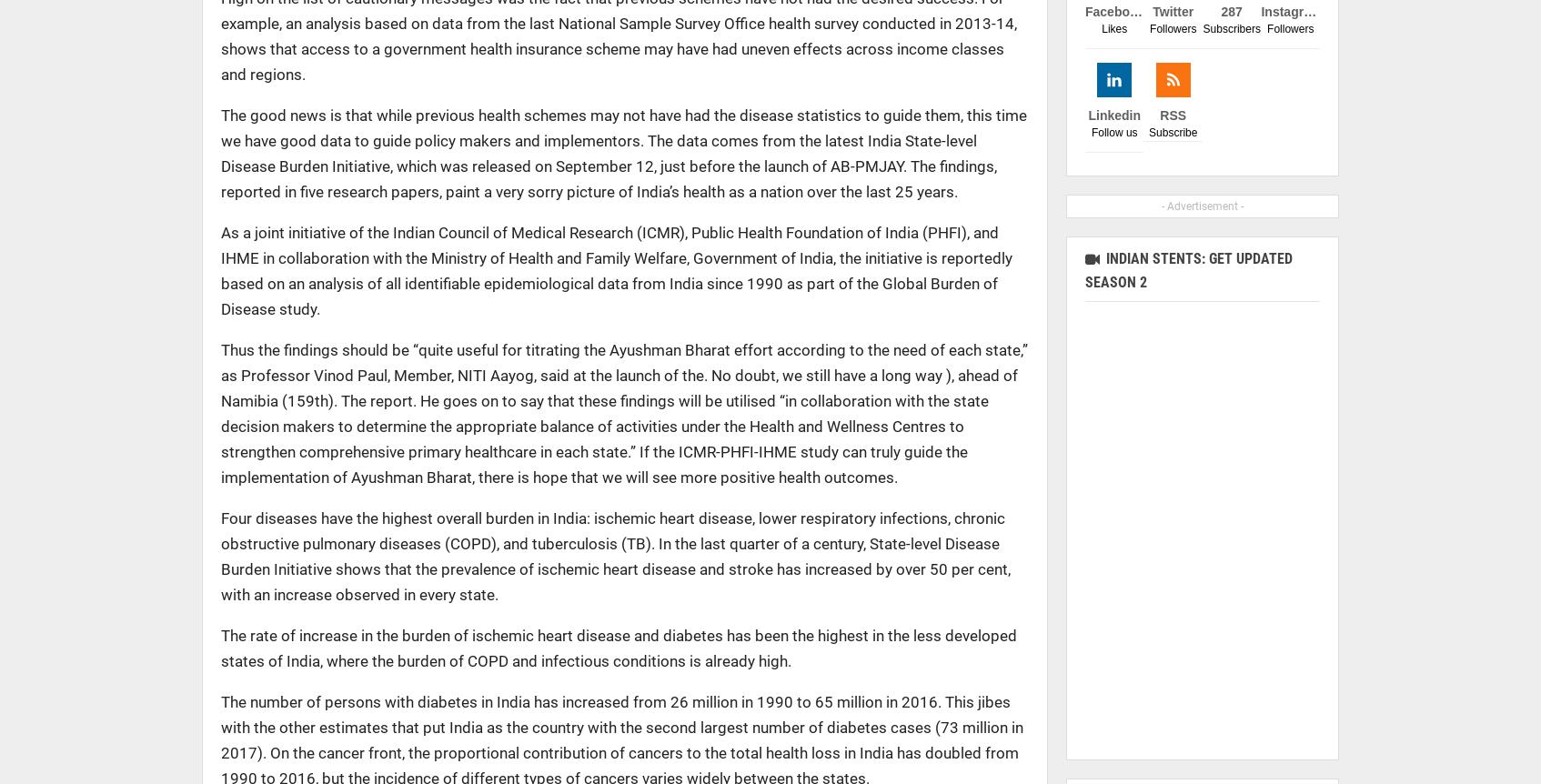 This screenshot has height=784, width=1541. Describe the element at coordinates (1173, 114) in the screenshot. I see `'RSS'` at that location.